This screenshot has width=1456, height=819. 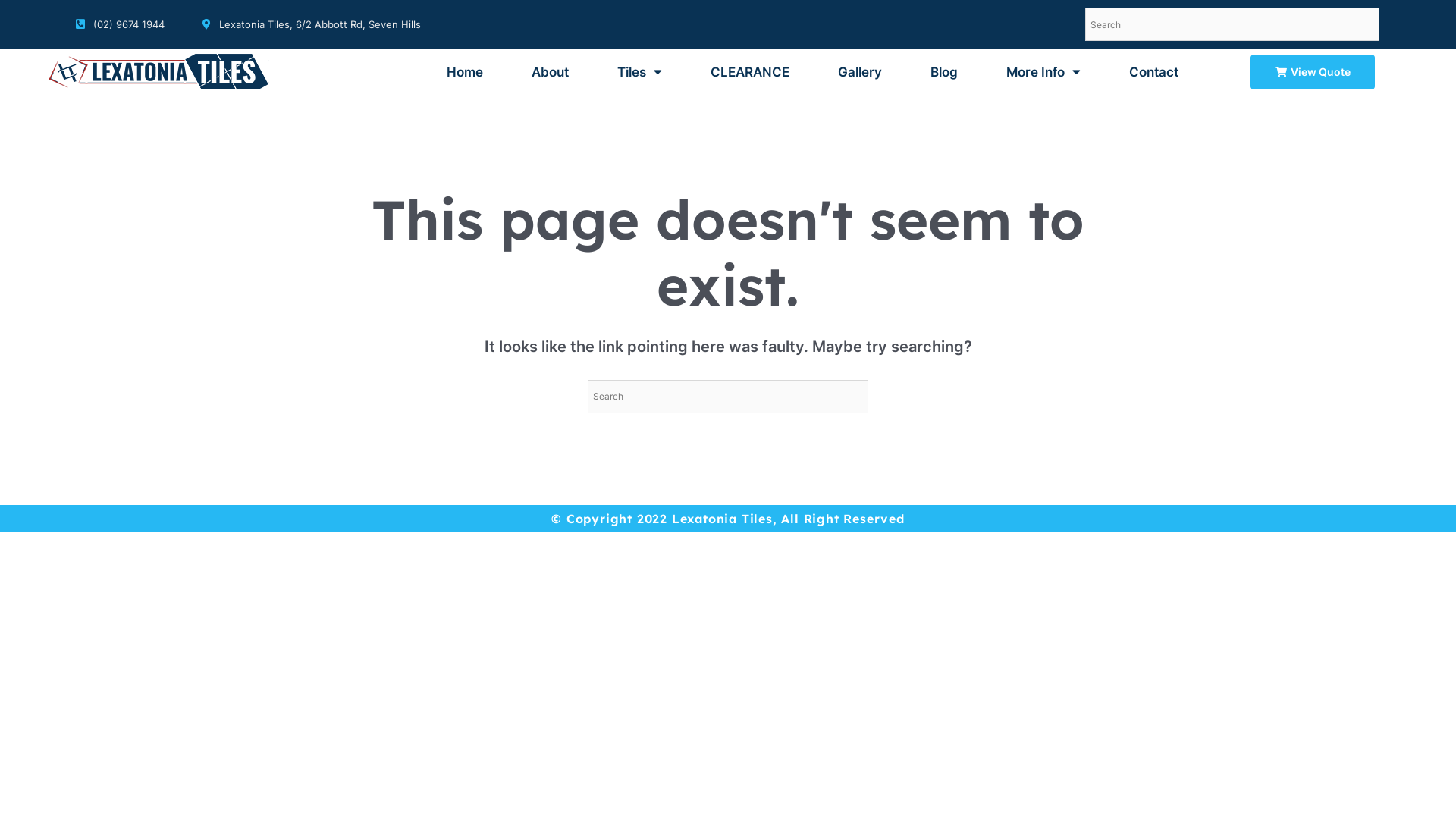 I want to click on 'Lexatonia Tiles, 6/2 Abbott Rd, Seven Hills', so click(x=310, y=24).